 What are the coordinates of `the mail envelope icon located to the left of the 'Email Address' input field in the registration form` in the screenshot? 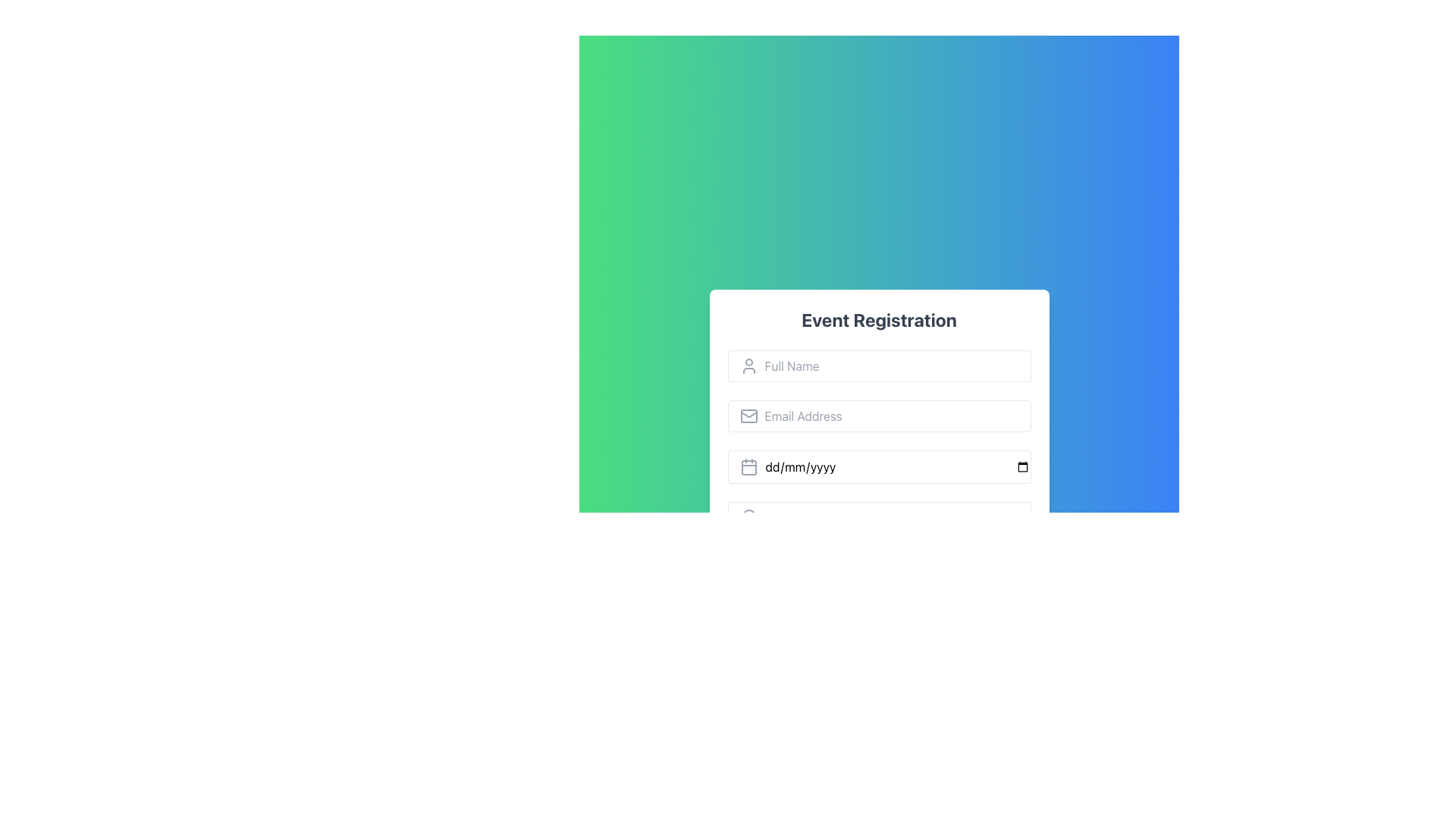 It's located at (748, 416).